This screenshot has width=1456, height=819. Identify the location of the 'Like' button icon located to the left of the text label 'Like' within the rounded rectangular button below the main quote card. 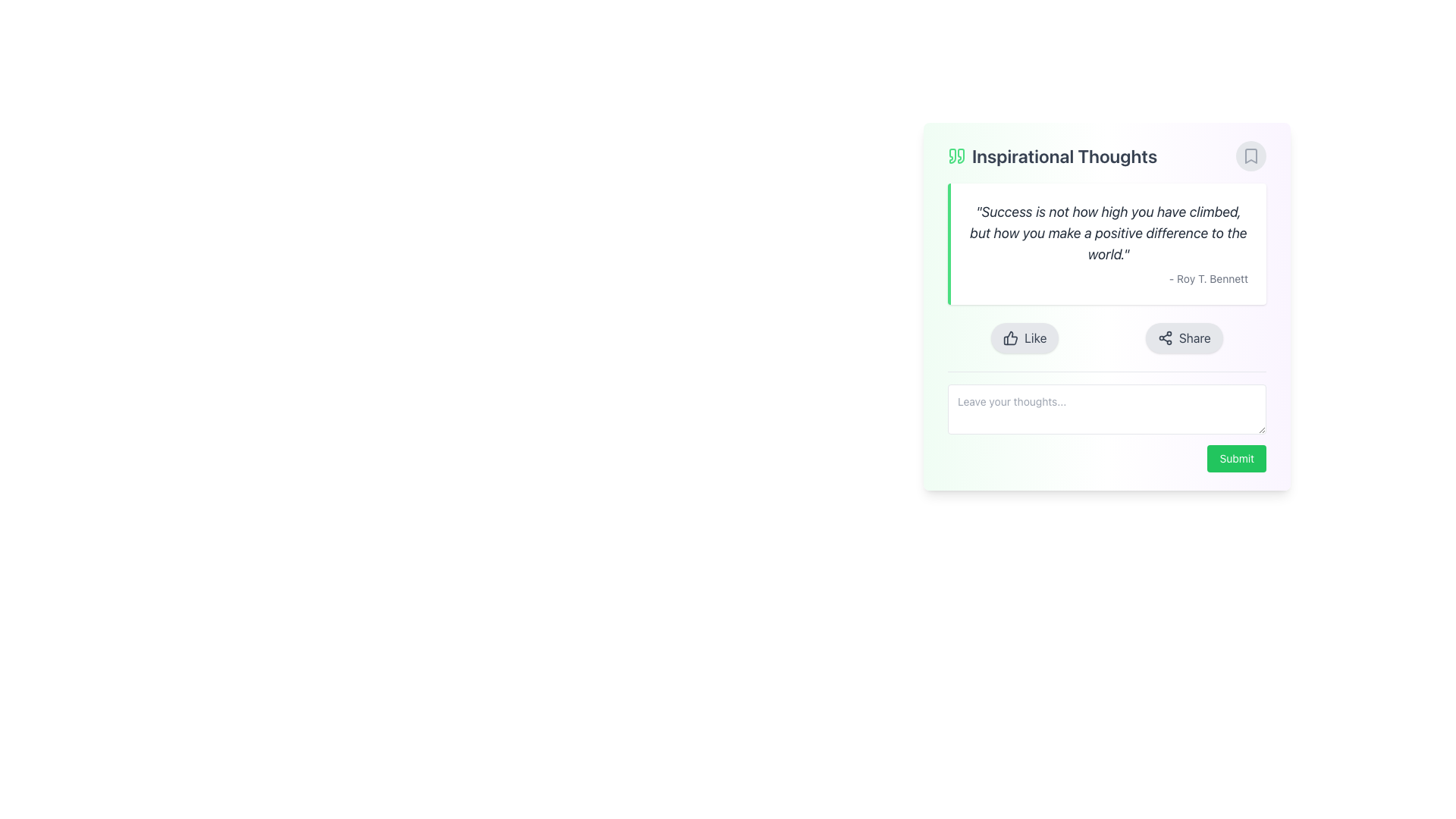
(1011, 337).